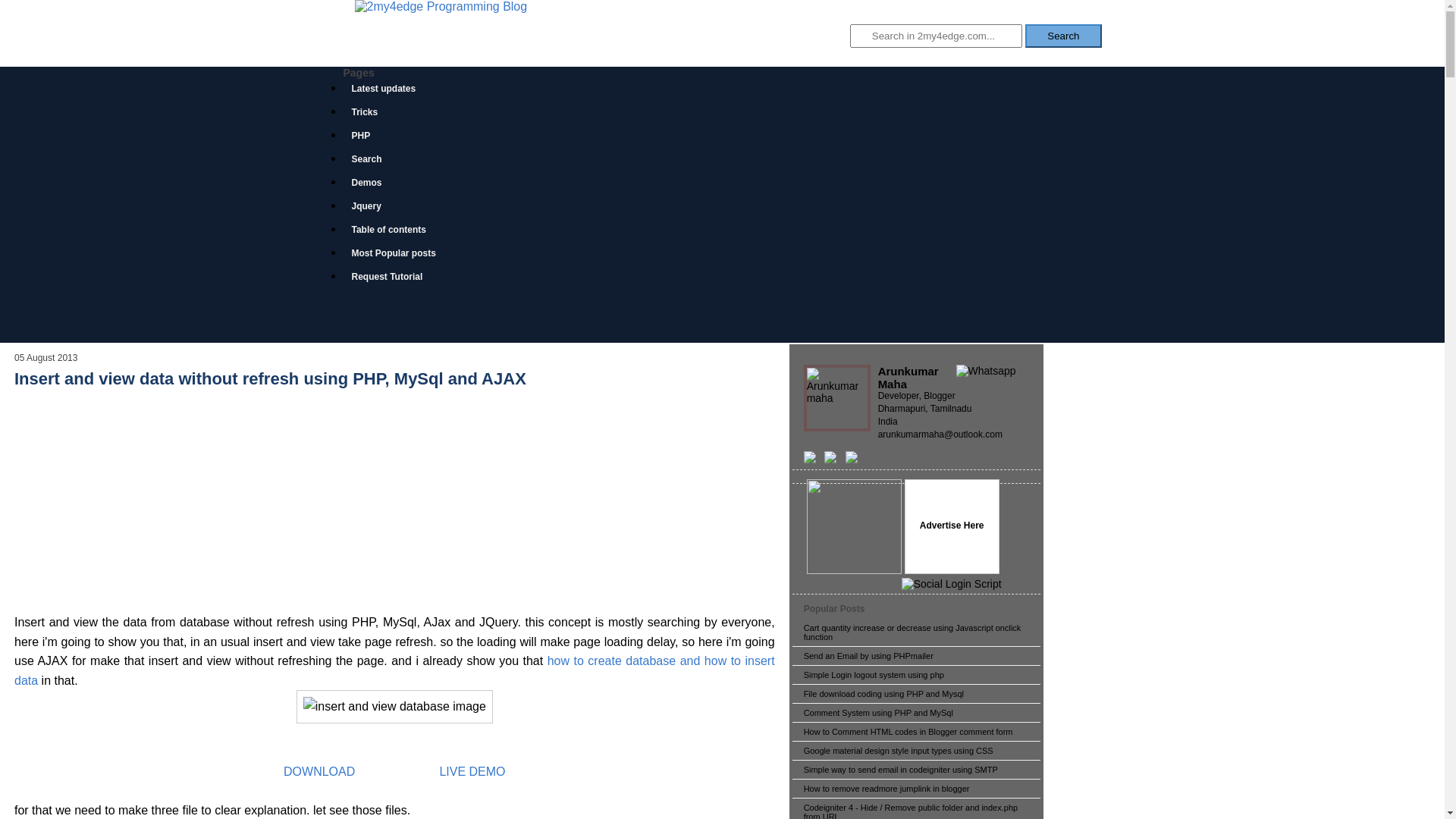  What do you see at coordinates (836, 397) in the screenshot?
I see `'Arunkumar Maha'` at bounding box center [836, 397].